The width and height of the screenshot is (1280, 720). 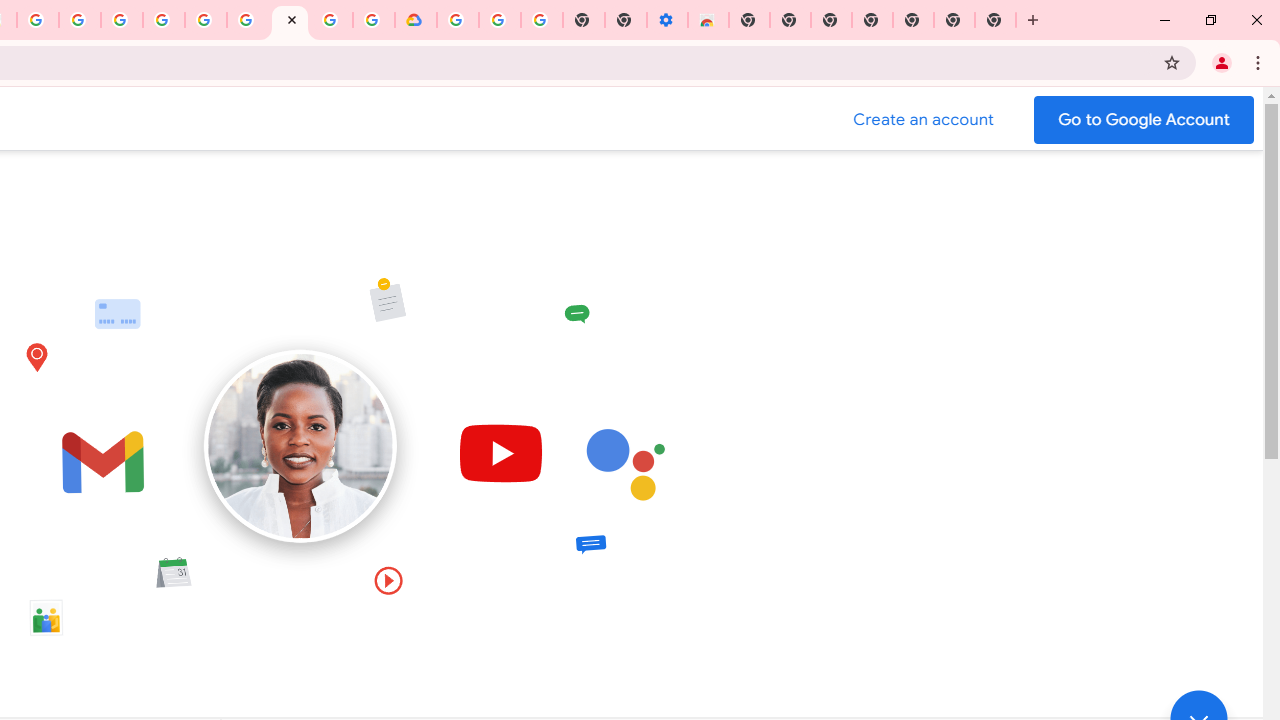 What do you see at coordinates (995, 20) in the screenshot?
I see `'New Tab'` at bounding box center [995, 20].